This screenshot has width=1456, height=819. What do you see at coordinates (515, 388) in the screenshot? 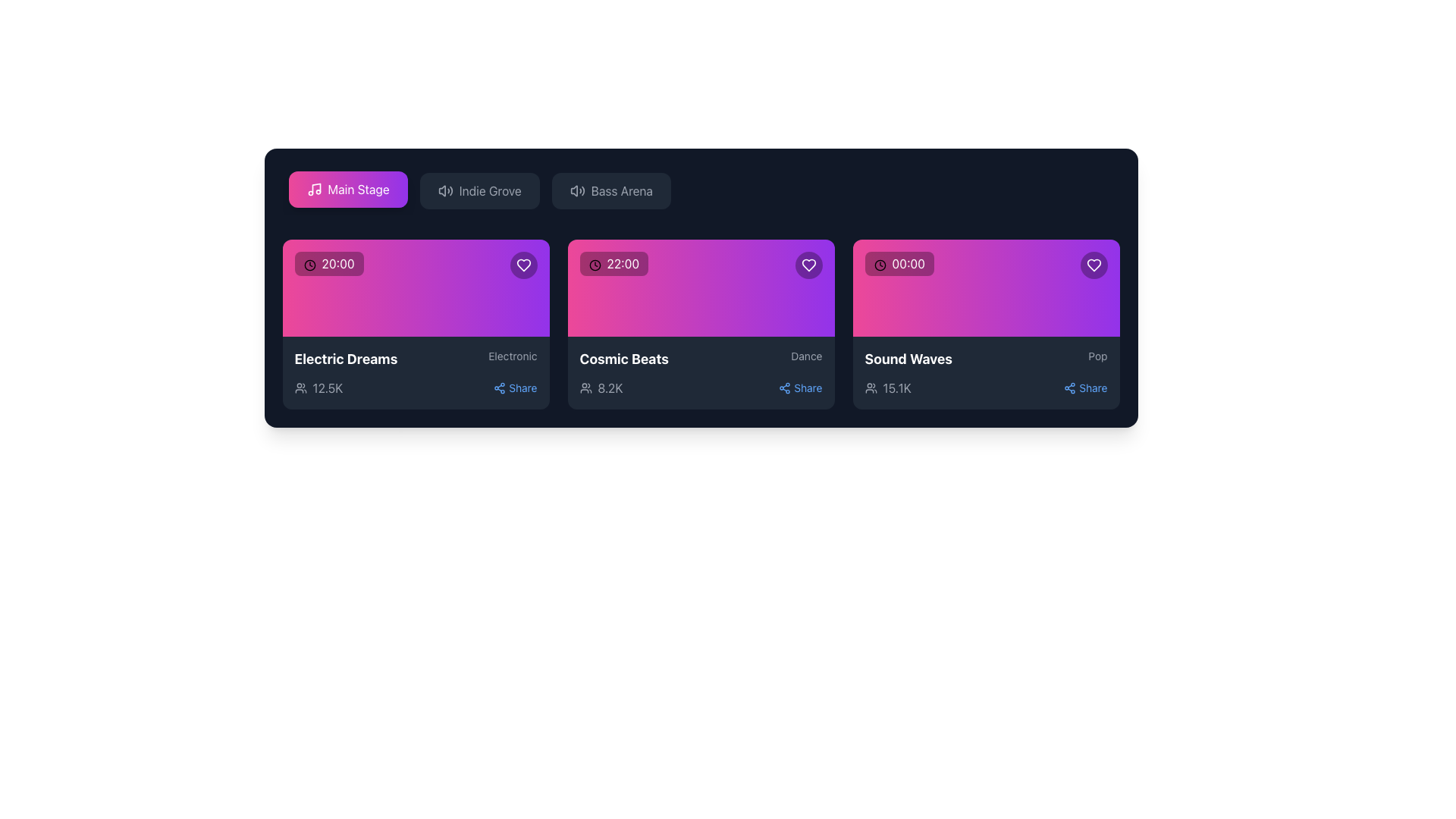
I see `the 'Share' button located at the bottom-right of the 'Electric Dreams' event card, which features a small blue font and a share network icon, to initiate the sharing process` at bounding box center [515, 388].